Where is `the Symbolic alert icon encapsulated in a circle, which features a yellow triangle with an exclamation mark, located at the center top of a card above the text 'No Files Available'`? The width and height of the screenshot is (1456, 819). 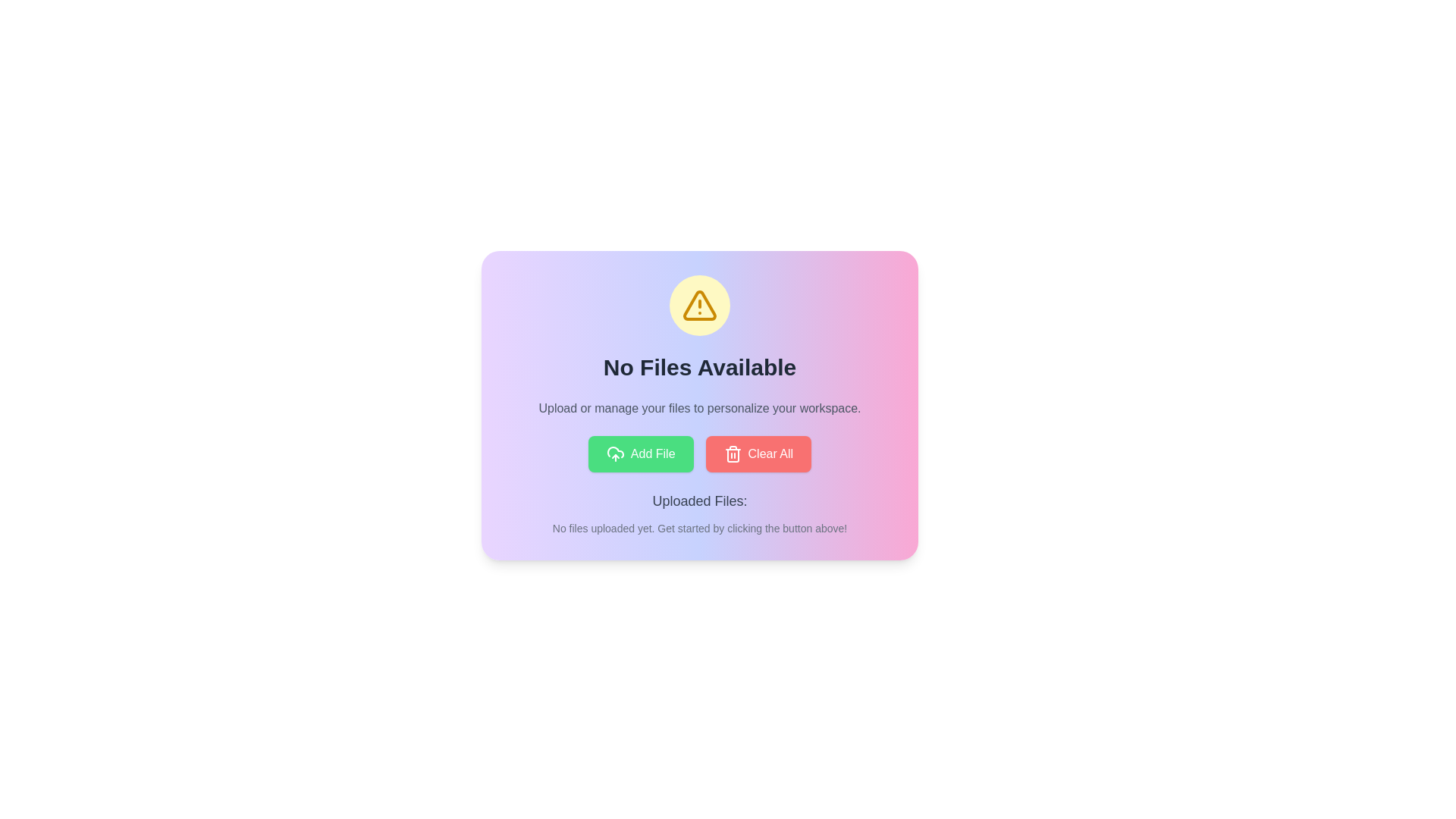
the Symbolic alert icon encapsulated in a circle, which features a yellow triangle with an exclamation mark, located at the center top of a card above the text 'No Files Available' is located at coordinates (698, 305).